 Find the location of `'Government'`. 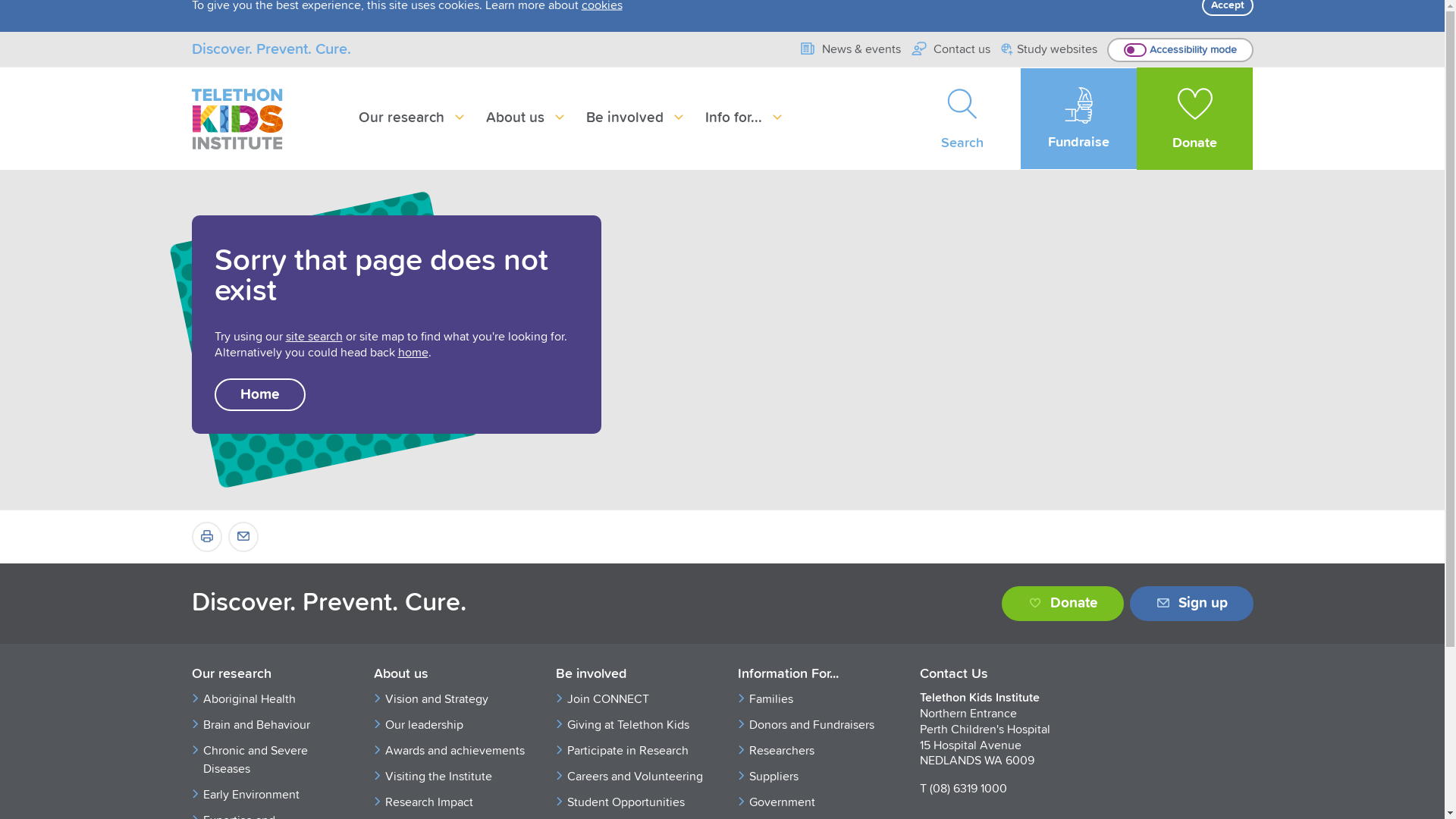

'Government' is located at coordinates (749, 801).